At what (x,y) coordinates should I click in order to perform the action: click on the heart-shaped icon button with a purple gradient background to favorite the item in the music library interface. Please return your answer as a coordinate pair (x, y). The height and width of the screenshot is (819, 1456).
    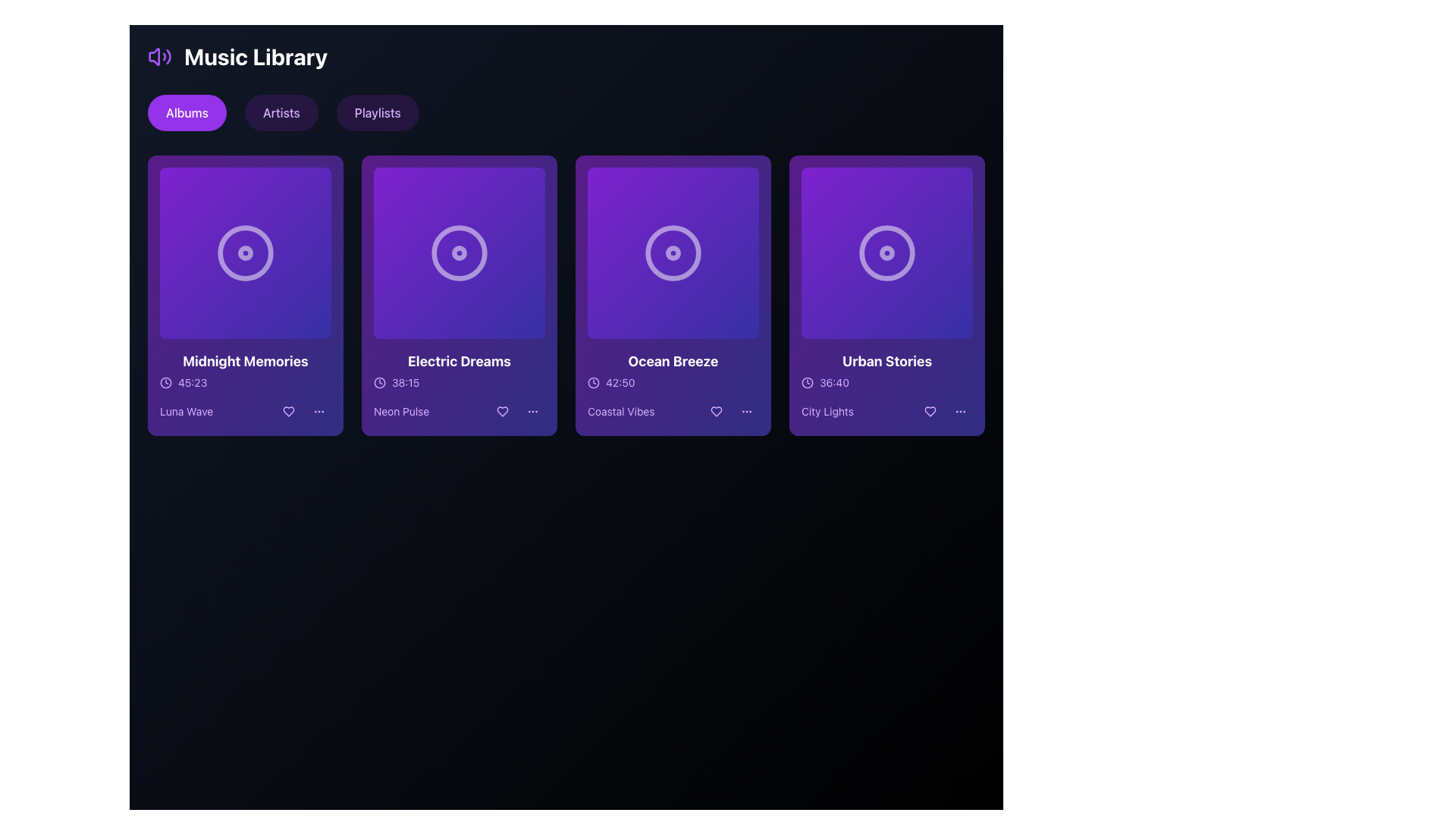
    Looking at the image, I should click on (930, 412).